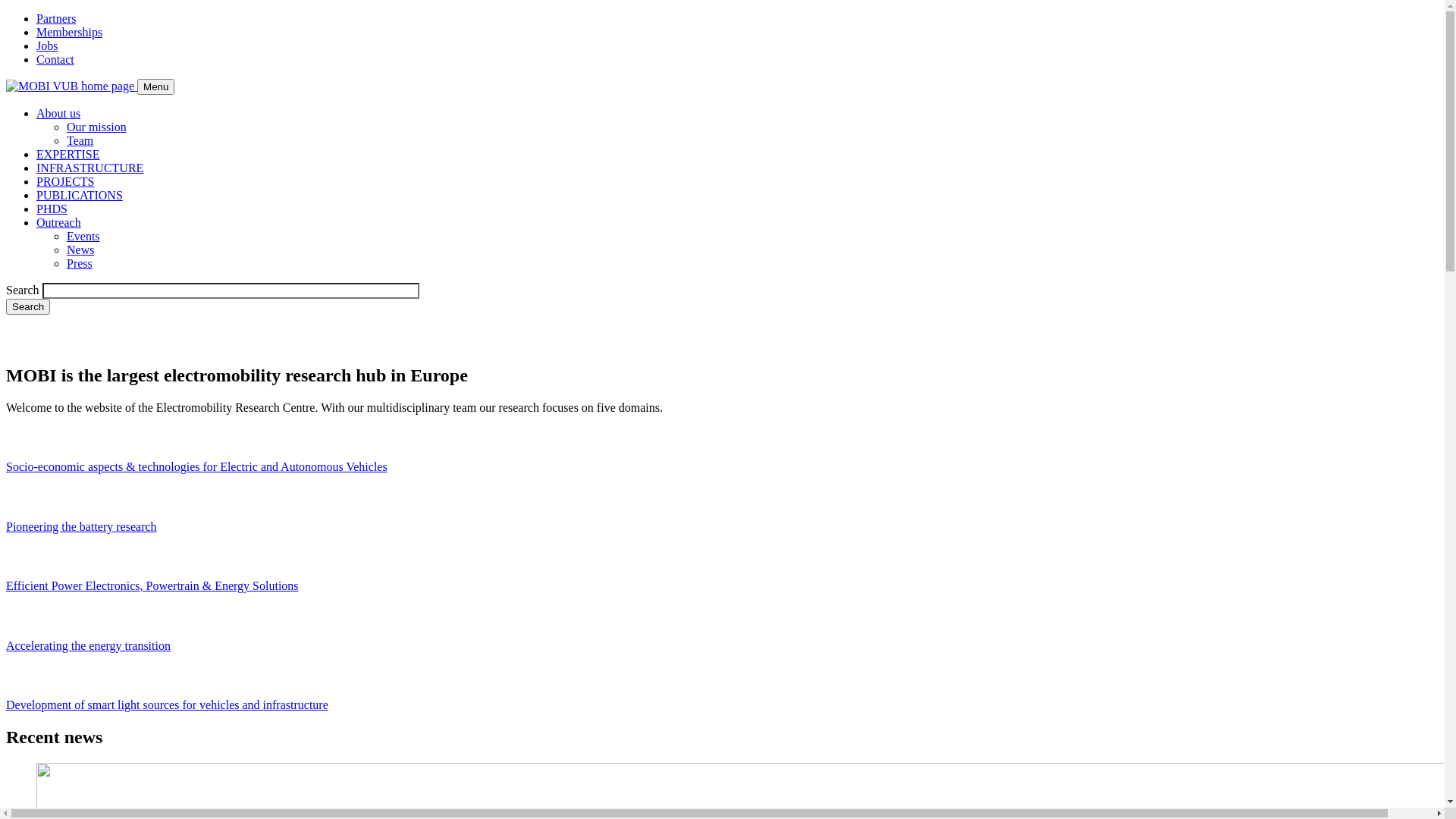 This screenshot has height=819, width=1456. I want to click on 'INFRASTRUCTURE', so click(36, 168).